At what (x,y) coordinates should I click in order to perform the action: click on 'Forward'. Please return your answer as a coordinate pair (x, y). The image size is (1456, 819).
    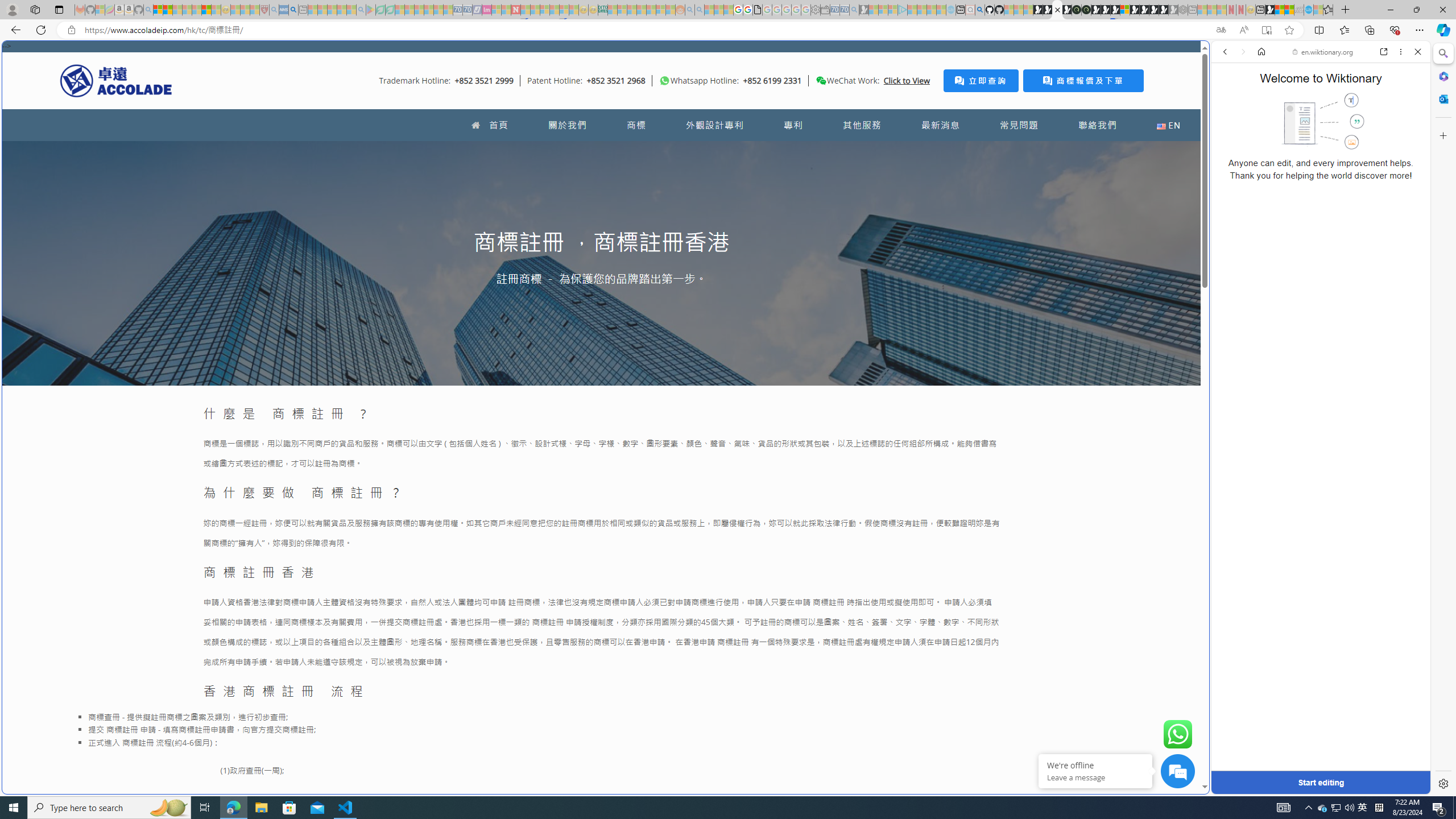
    Looking at the image, I should click on (1242, 51).